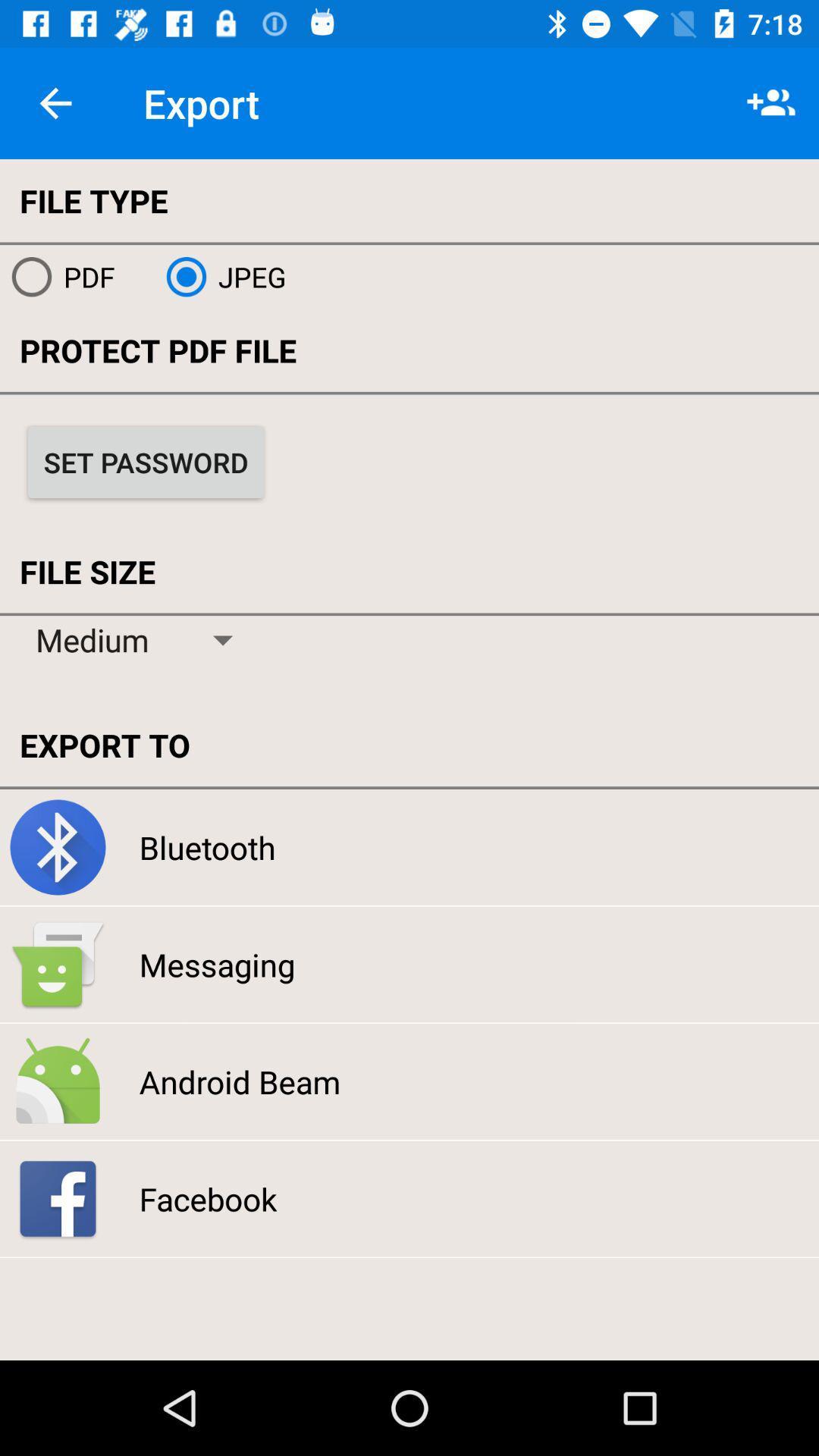  I want to click on icon above protect pdf file, so click(220, 277).